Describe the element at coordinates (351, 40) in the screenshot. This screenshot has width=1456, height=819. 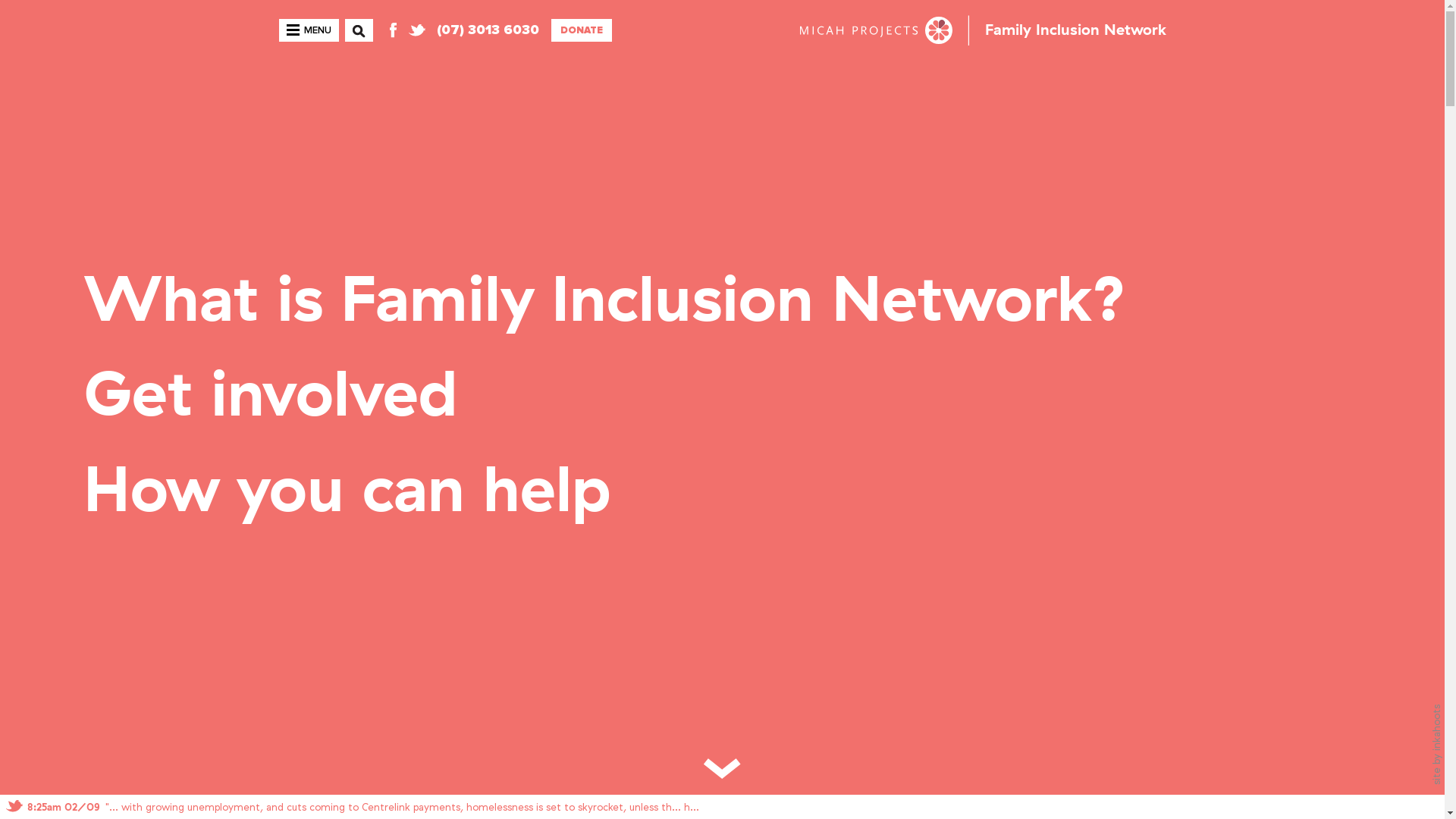
I see `'SEARCH'` at that location.